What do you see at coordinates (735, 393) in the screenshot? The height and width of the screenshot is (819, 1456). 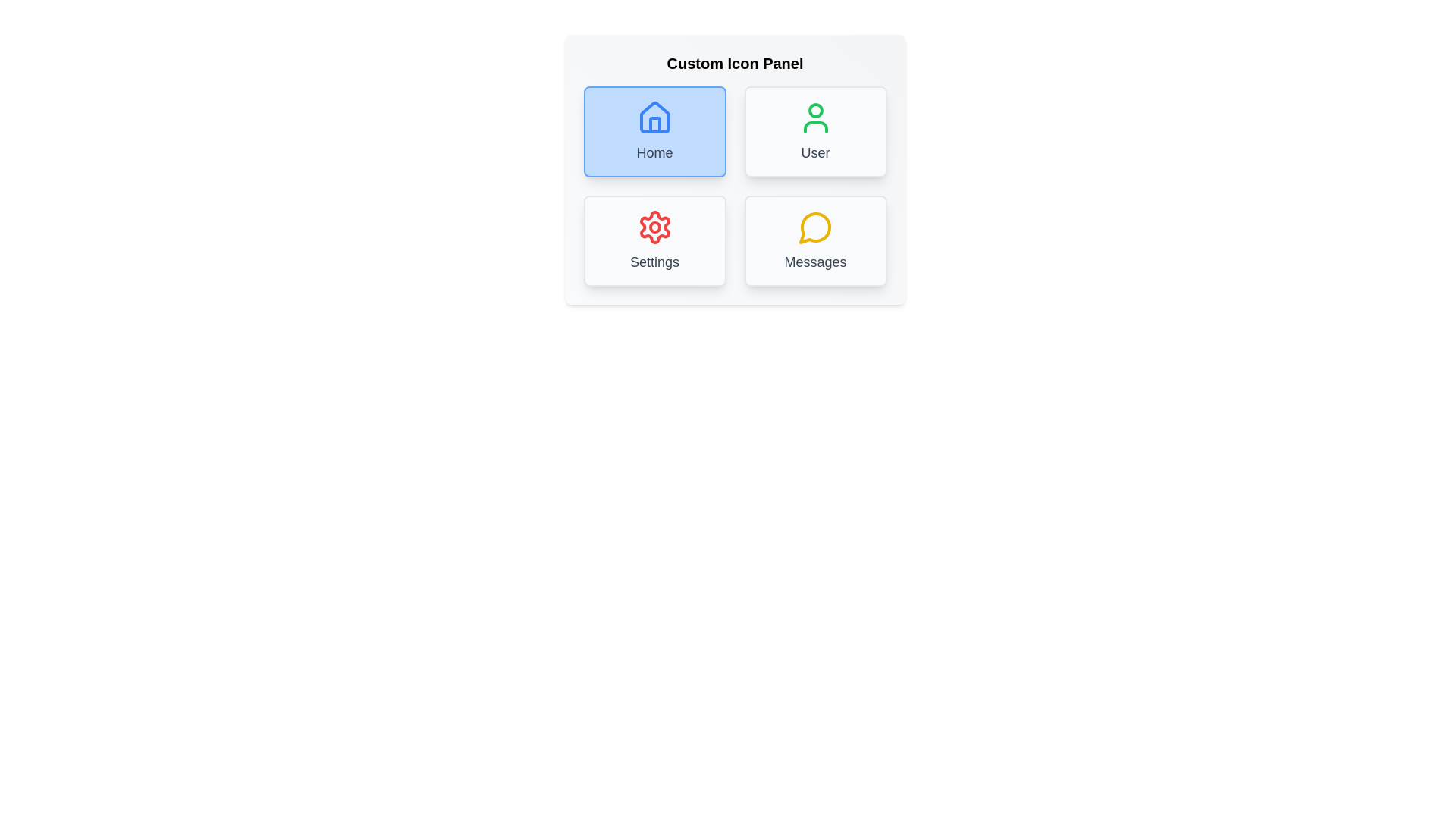 I see `the background area of the panel` at bounding box center [735, 393].